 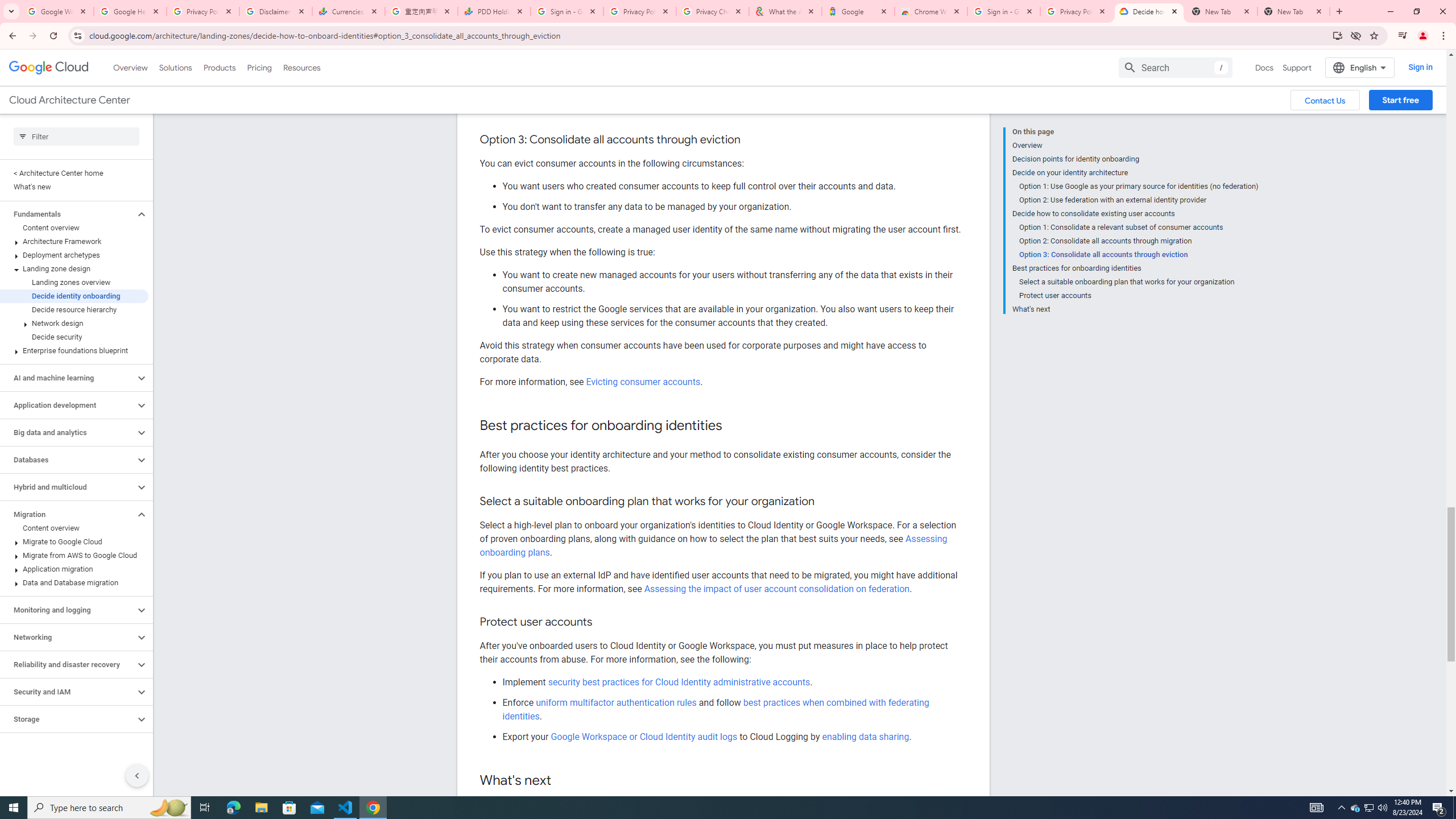 What do you see at coordinates (864, 736) in the screenshot?
I see `'enabling data sharing'` at bounding box center [864, 736].